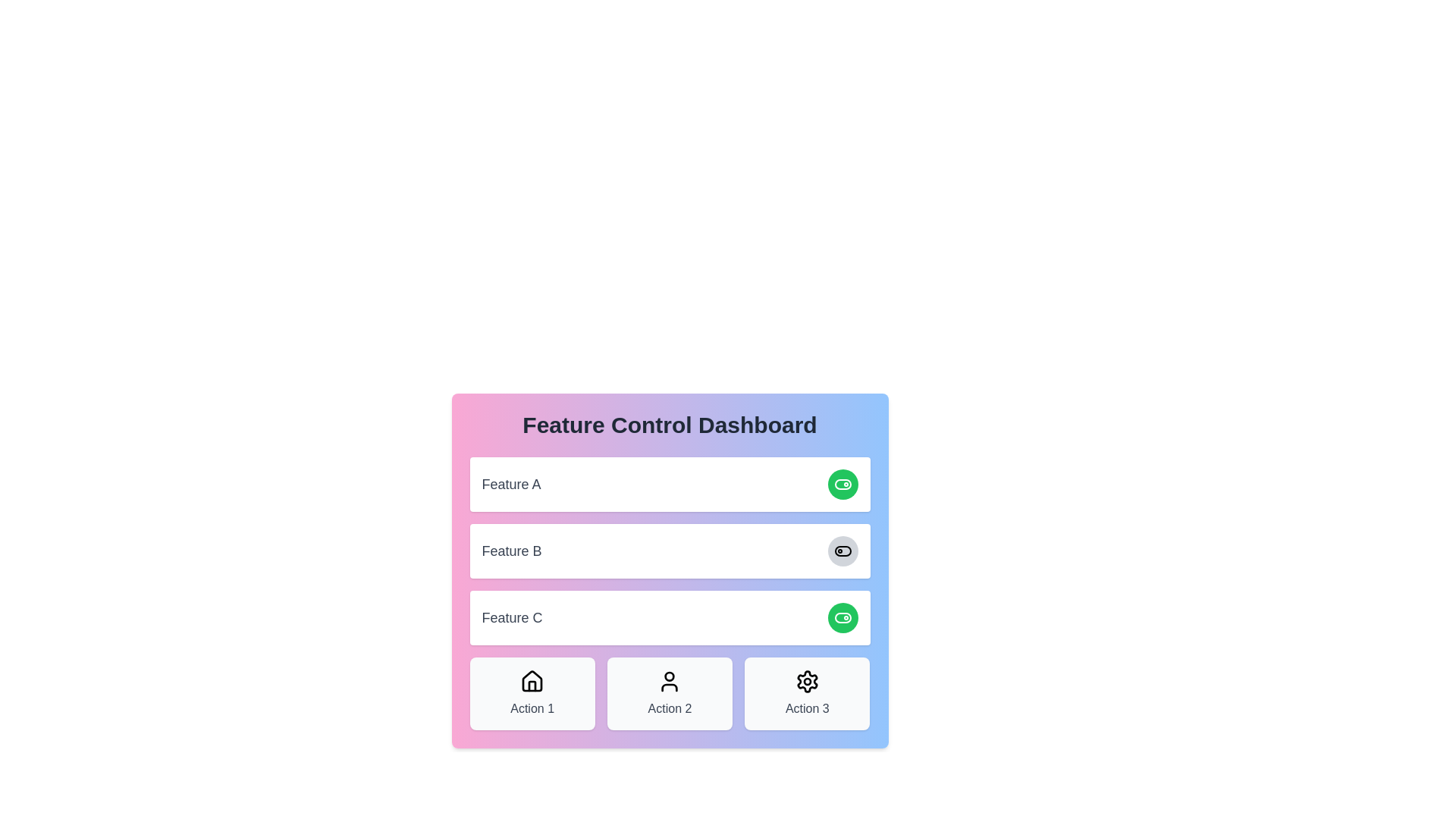 This screenshot has height=819, width=1456. What do you see at coordinates (669, 693) in the screenshot?
I see `the 'Action 2' card, which is the central button-like card in the grid layout of the 'Feature Control Dashboard'` at bounding box center [669, 693].